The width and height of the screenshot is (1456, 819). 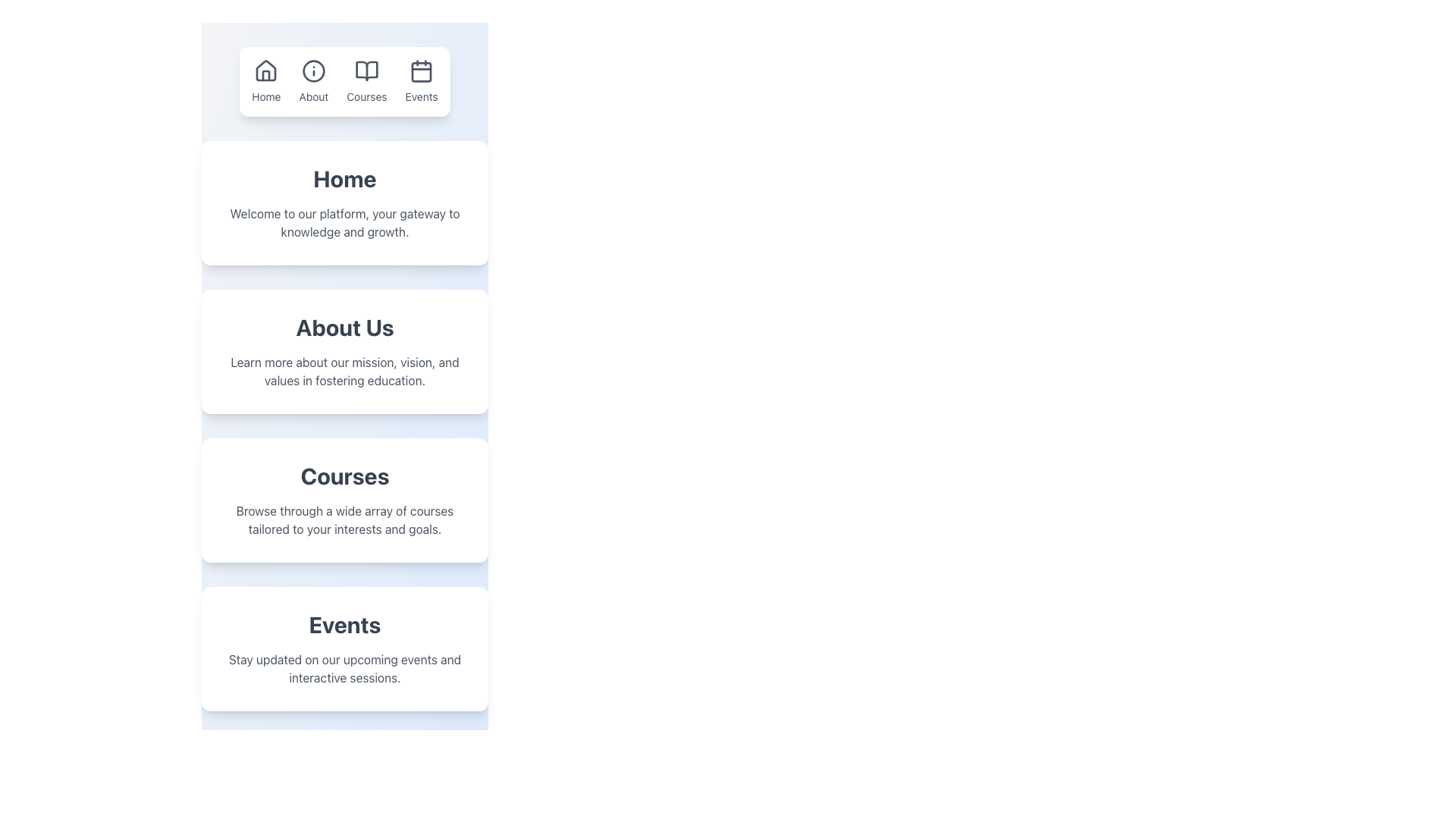 What do you see at coordinates (422, 72) in the screenshot?
I see `the visual representation of the rounded rectangle within the Events icon in the top navigation section` at bounding box center [422, 72].